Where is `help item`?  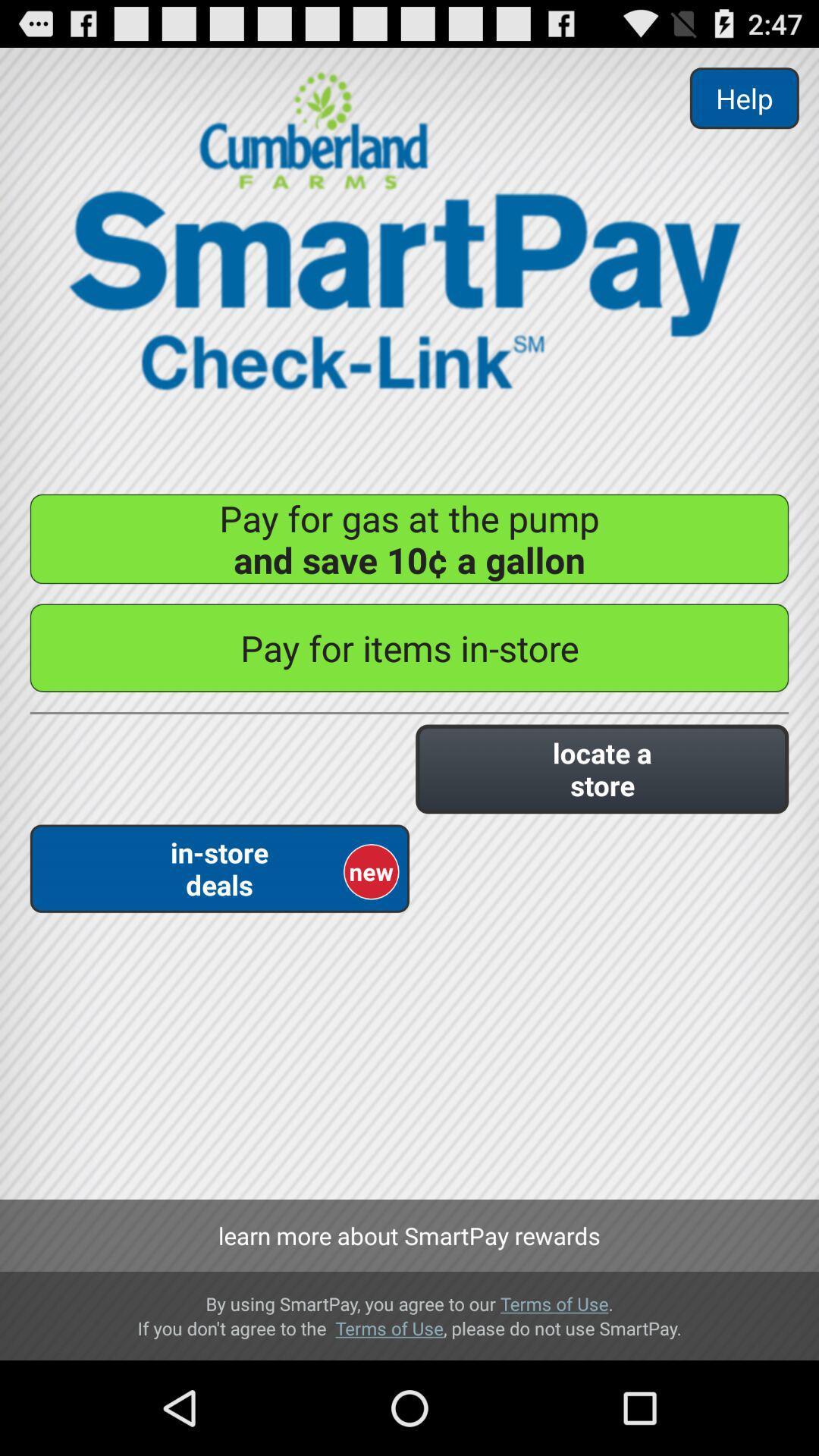 help item is located at coordinates (743, 97).